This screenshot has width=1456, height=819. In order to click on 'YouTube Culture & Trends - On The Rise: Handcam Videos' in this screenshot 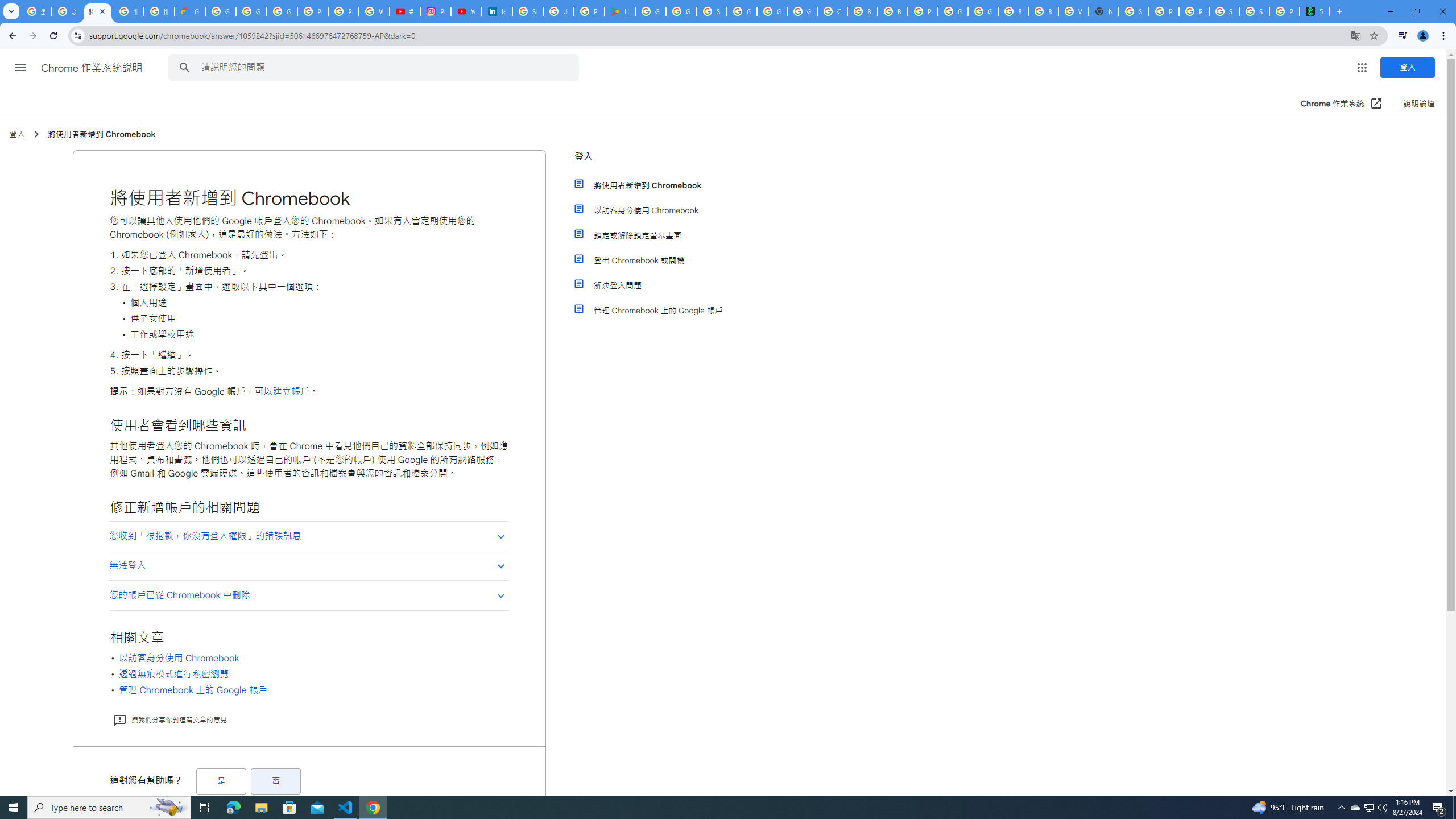, I will do `click(466, 11)`.